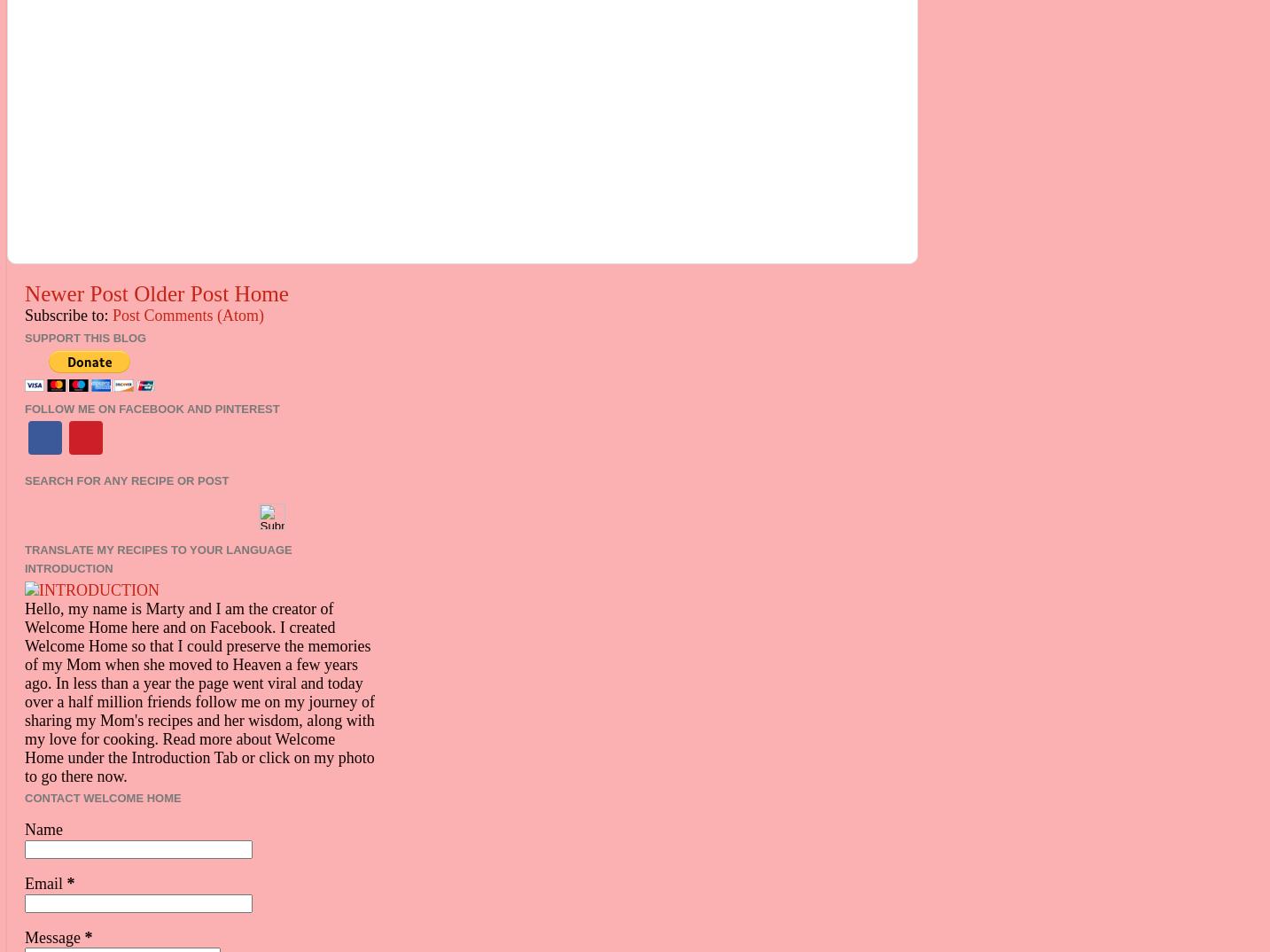 The height and width of the screenshot is (952, 1270). I want to click on 'INTRODUCTION', so click(67, 568).